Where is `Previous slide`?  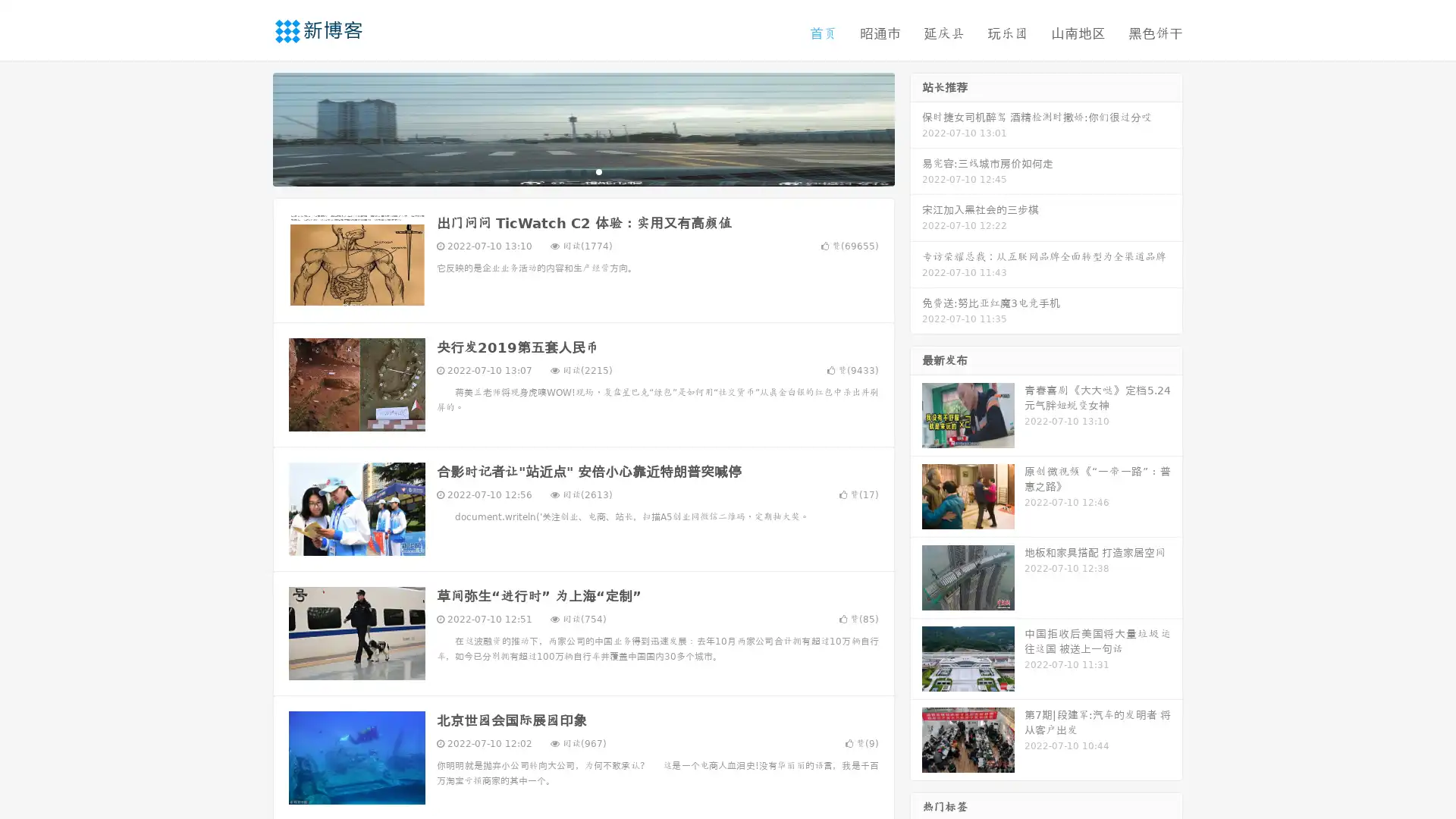 Previous slide is located at coordinates (250, 127).